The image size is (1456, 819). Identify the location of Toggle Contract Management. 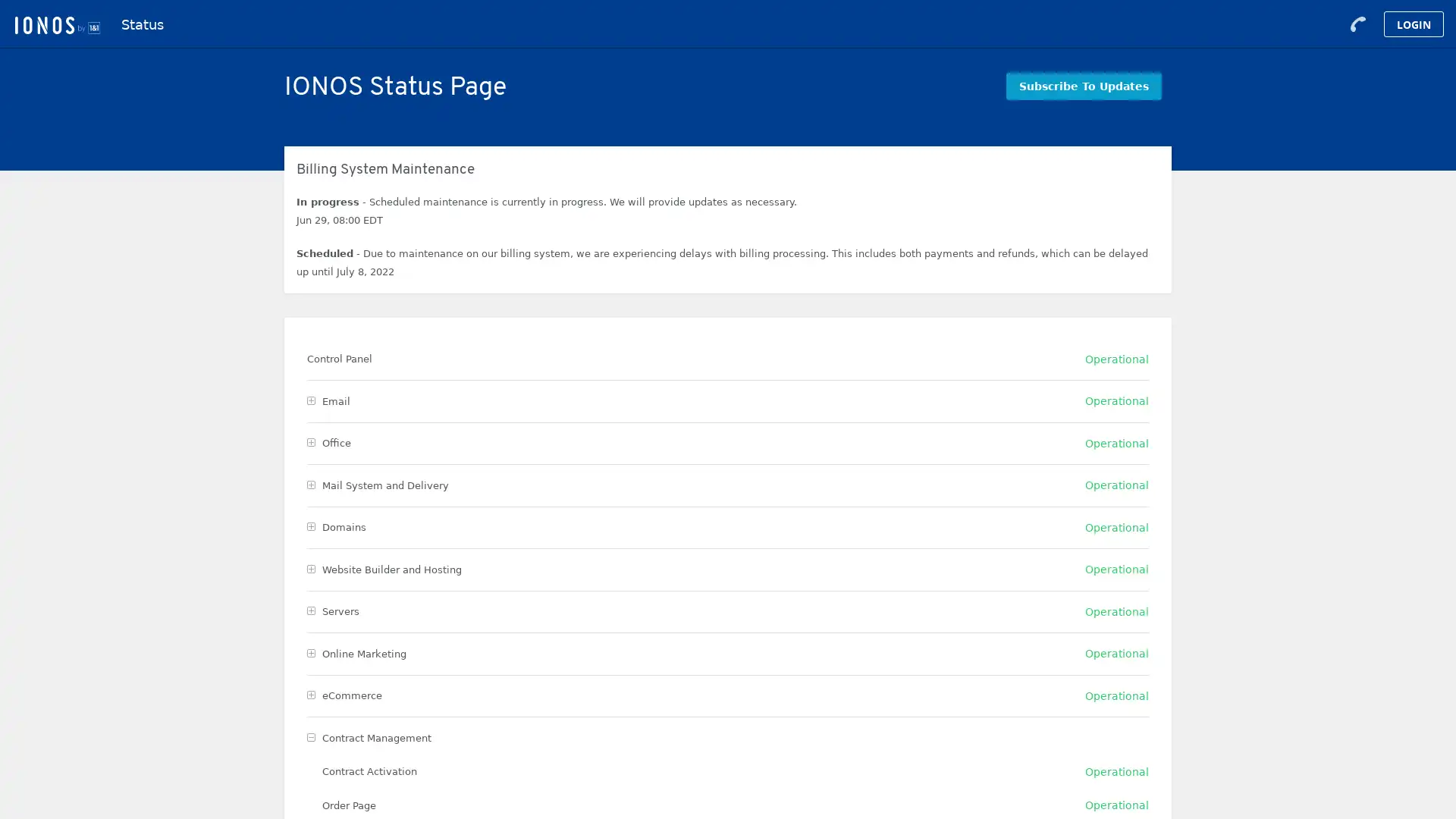
(310, 736).